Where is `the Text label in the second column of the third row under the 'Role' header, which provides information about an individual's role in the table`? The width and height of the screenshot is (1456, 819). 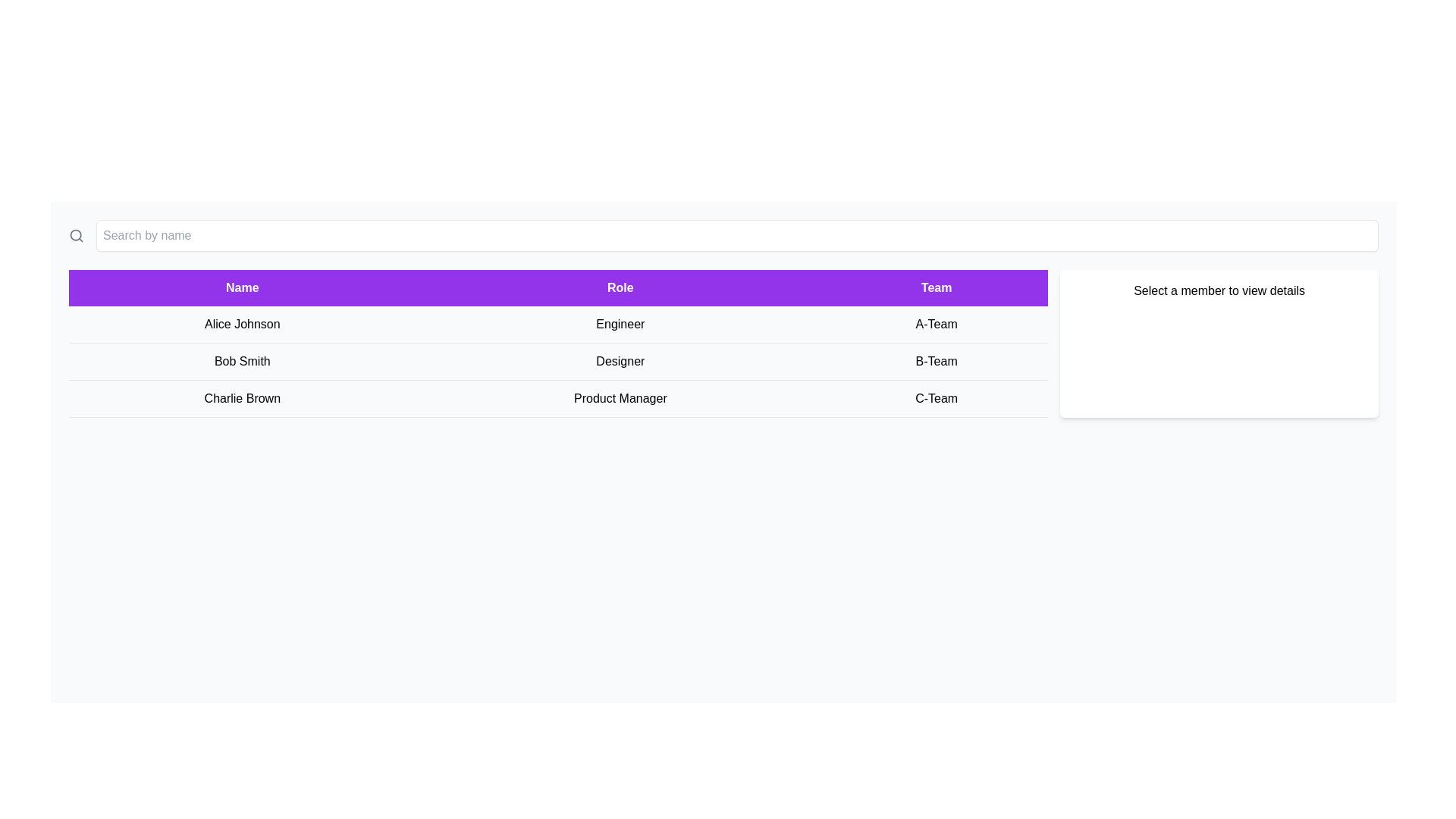 the Text label in the second column of the third row under the 'Role' header, which provides information about an individual's role in the table is located at coordinates (620, 397).